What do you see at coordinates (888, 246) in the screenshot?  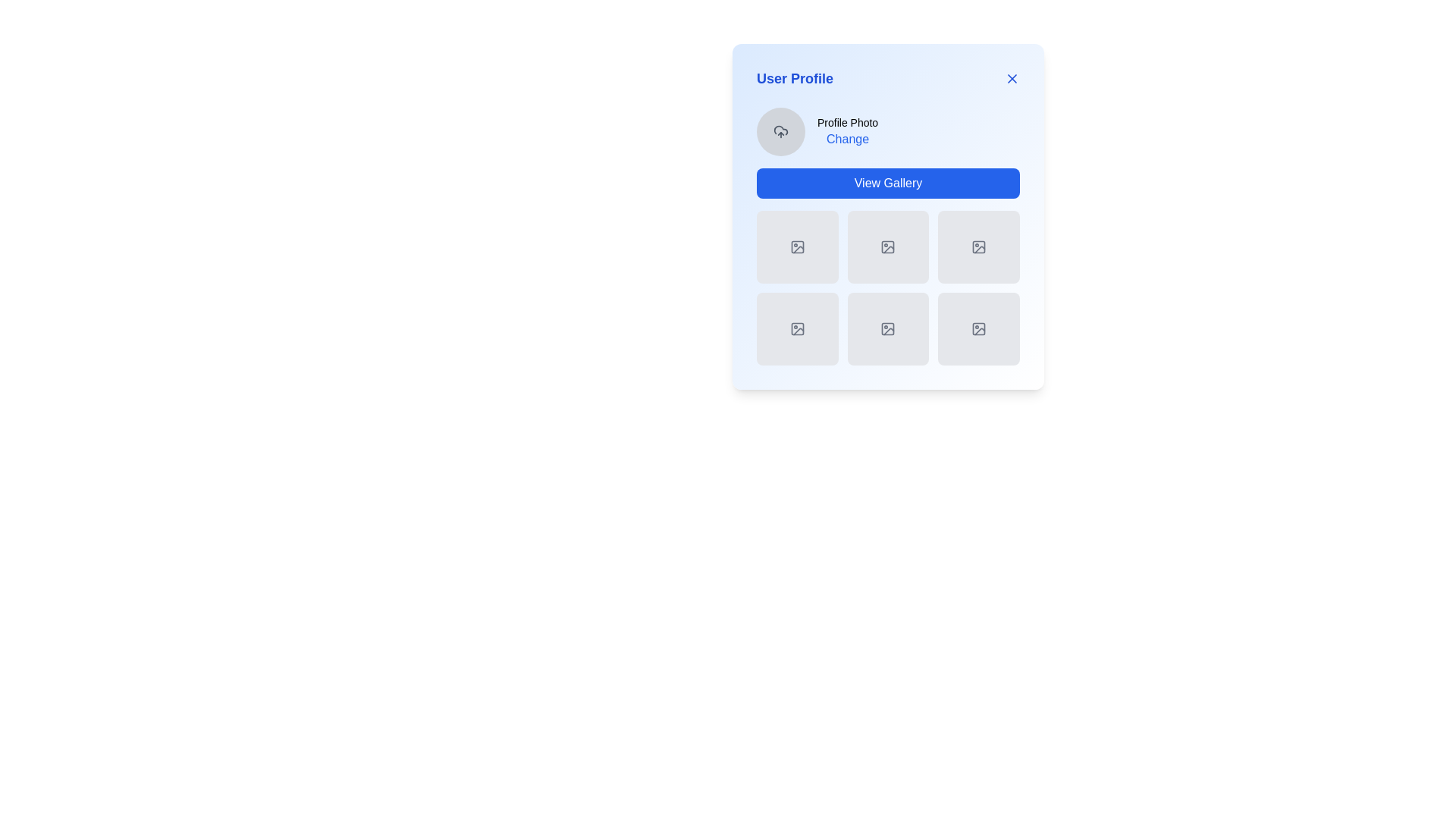 I see `the rectangle SVG graphical object representing the image placeholder located in the second square of the first row of a 3x2 grid within the dialog box` at bounding box center [888, 246].